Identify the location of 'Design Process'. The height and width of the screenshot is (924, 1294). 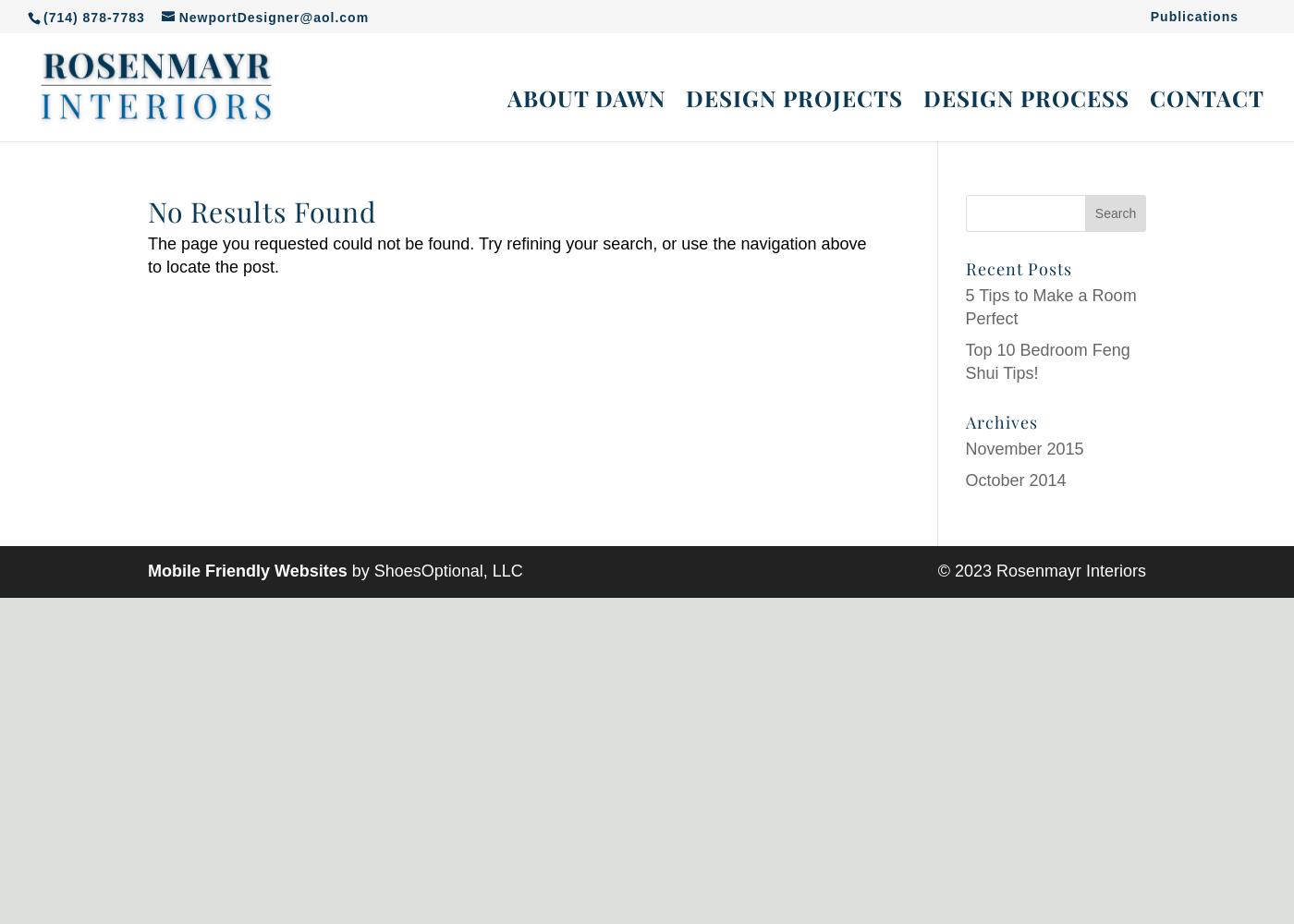
(1026, 97).